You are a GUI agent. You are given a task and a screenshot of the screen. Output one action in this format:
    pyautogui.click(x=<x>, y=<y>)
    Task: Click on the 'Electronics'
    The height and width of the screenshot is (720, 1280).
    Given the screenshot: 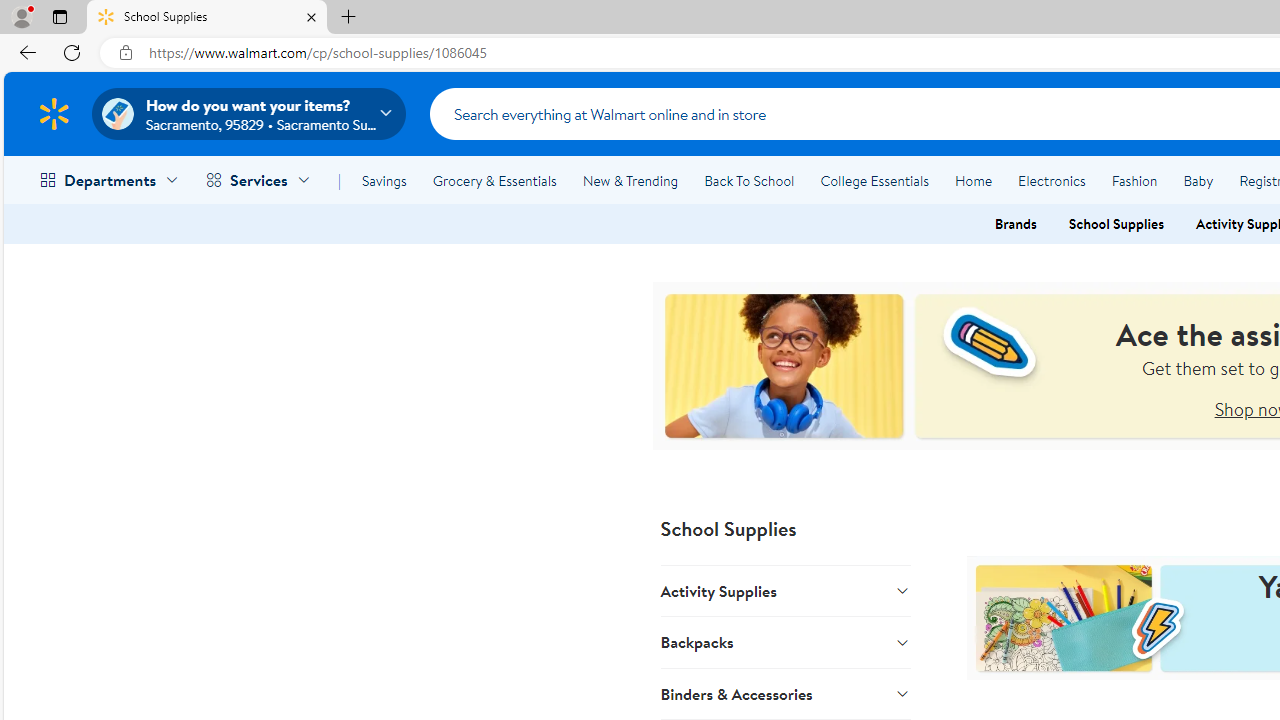 What is the action you would take?
    pyautogui.click(x=1050, y=181)
    